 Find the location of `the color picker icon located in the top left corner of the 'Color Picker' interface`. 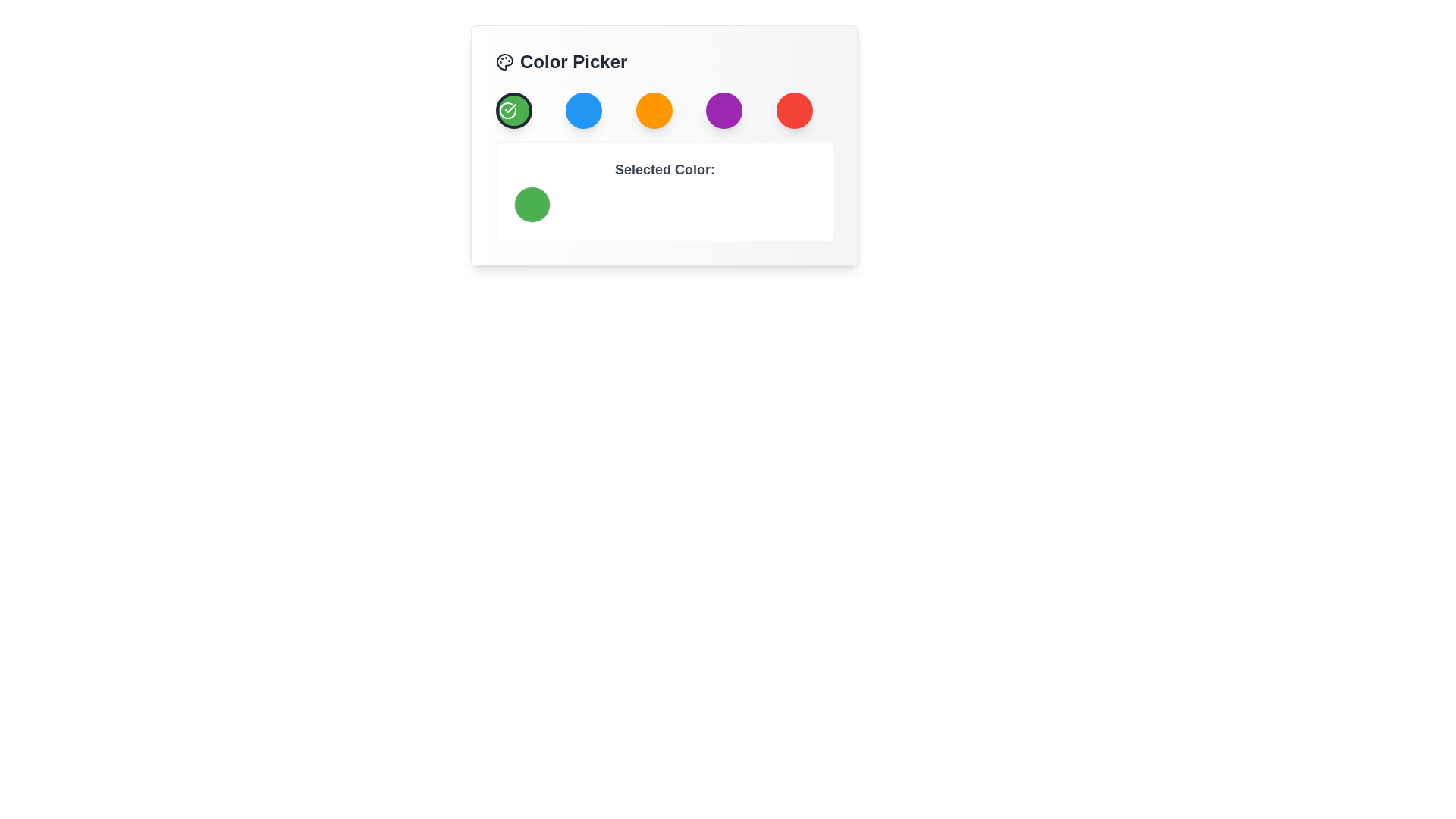

the color picker icon located in the top left corner of the 'Color Picker' interface is located at coordinates (505, 61).